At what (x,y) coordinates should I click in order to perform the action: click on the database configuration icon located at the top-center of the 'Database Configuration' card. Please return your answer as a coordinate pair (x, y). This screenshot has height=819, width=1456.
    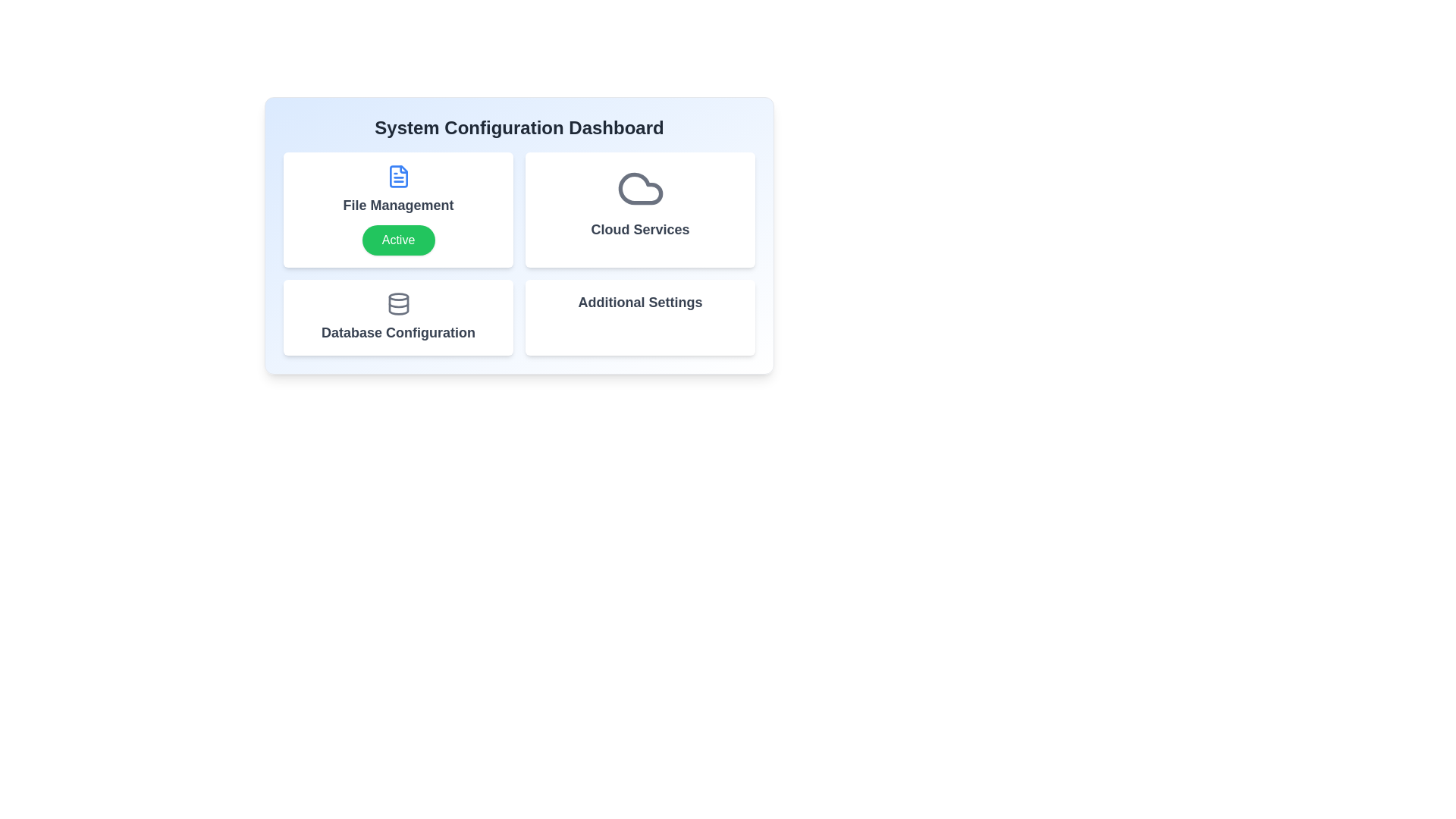
    Looking at the image, I should click on (398, 304).